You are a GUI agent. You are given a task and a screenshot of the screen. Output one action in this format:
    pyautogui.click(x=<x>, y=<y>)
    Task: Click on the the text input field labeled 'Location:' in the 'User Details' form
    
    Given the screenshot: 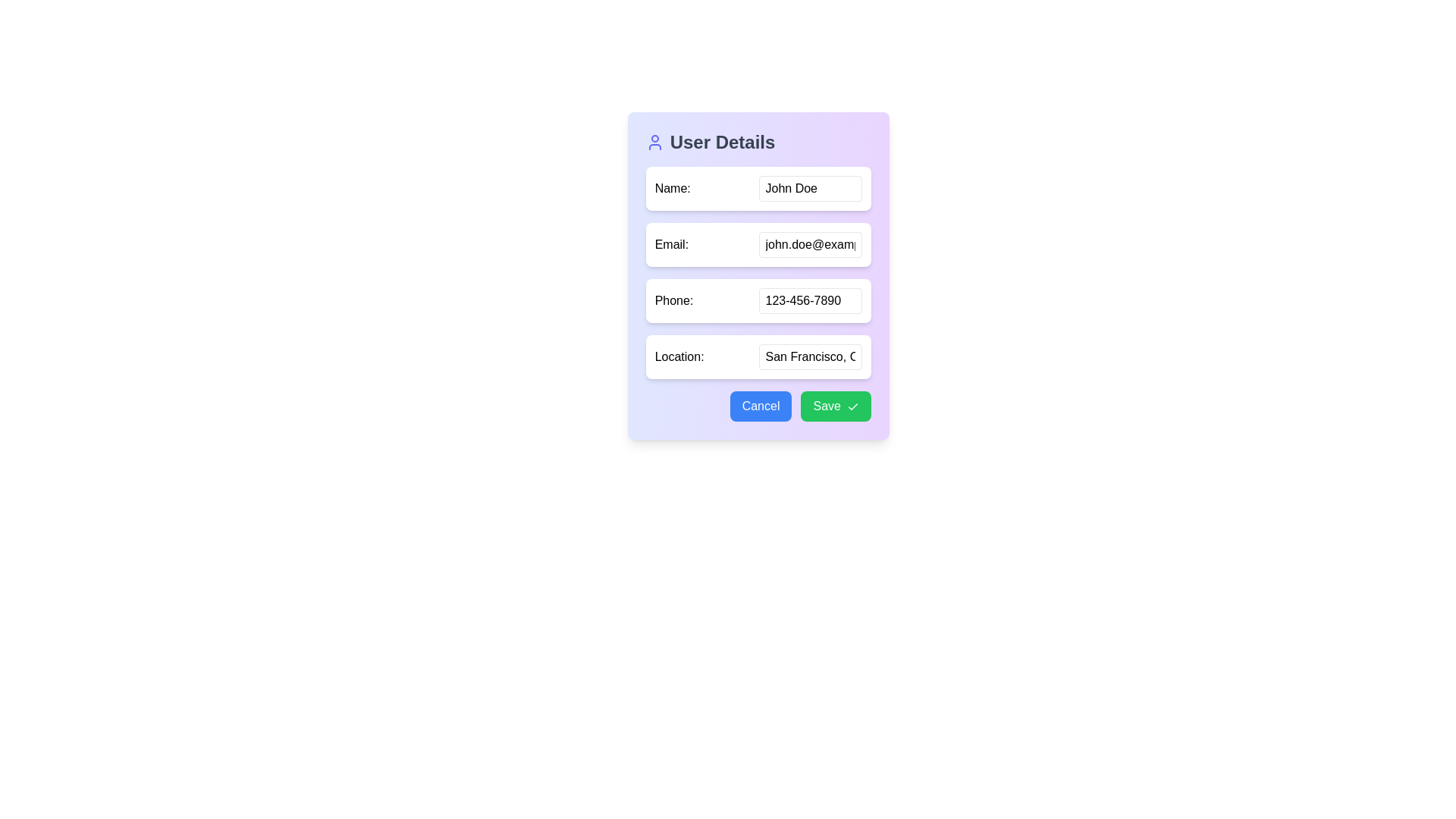 What is the action you would take?
    pyautogui.click(x=809, y=356)
    